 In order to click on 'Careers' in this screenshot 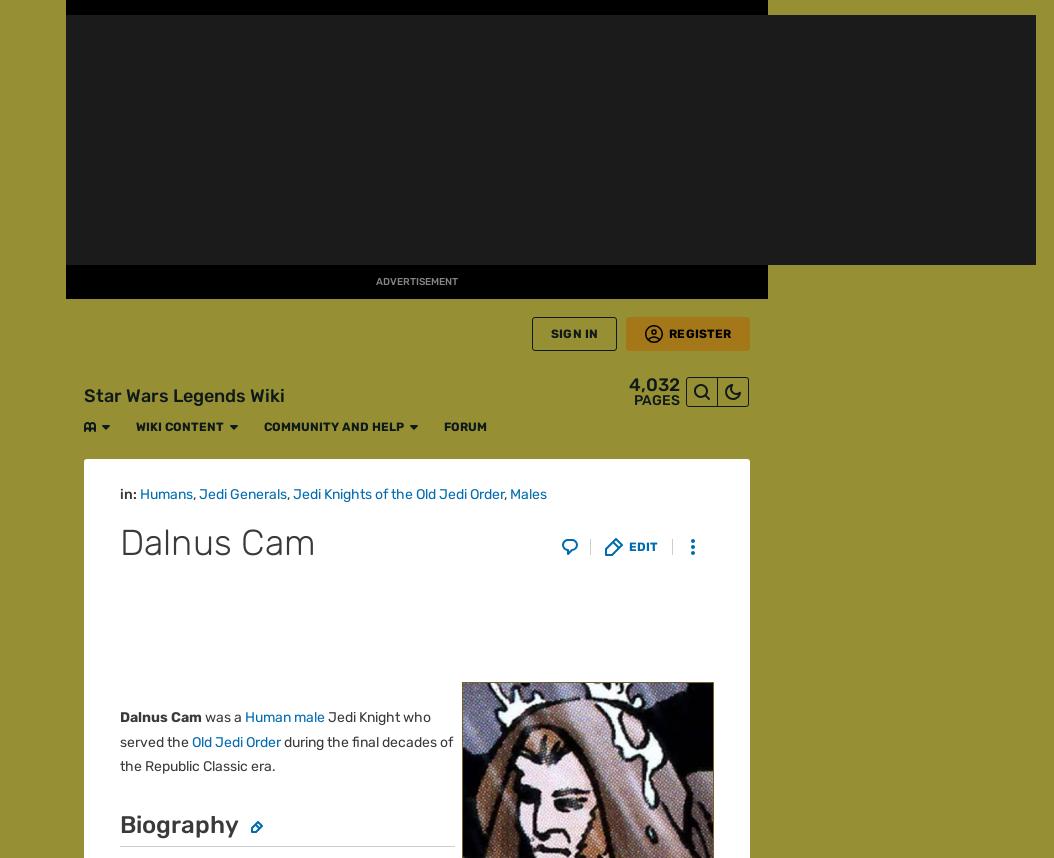, I will do `click(108, 796)`.